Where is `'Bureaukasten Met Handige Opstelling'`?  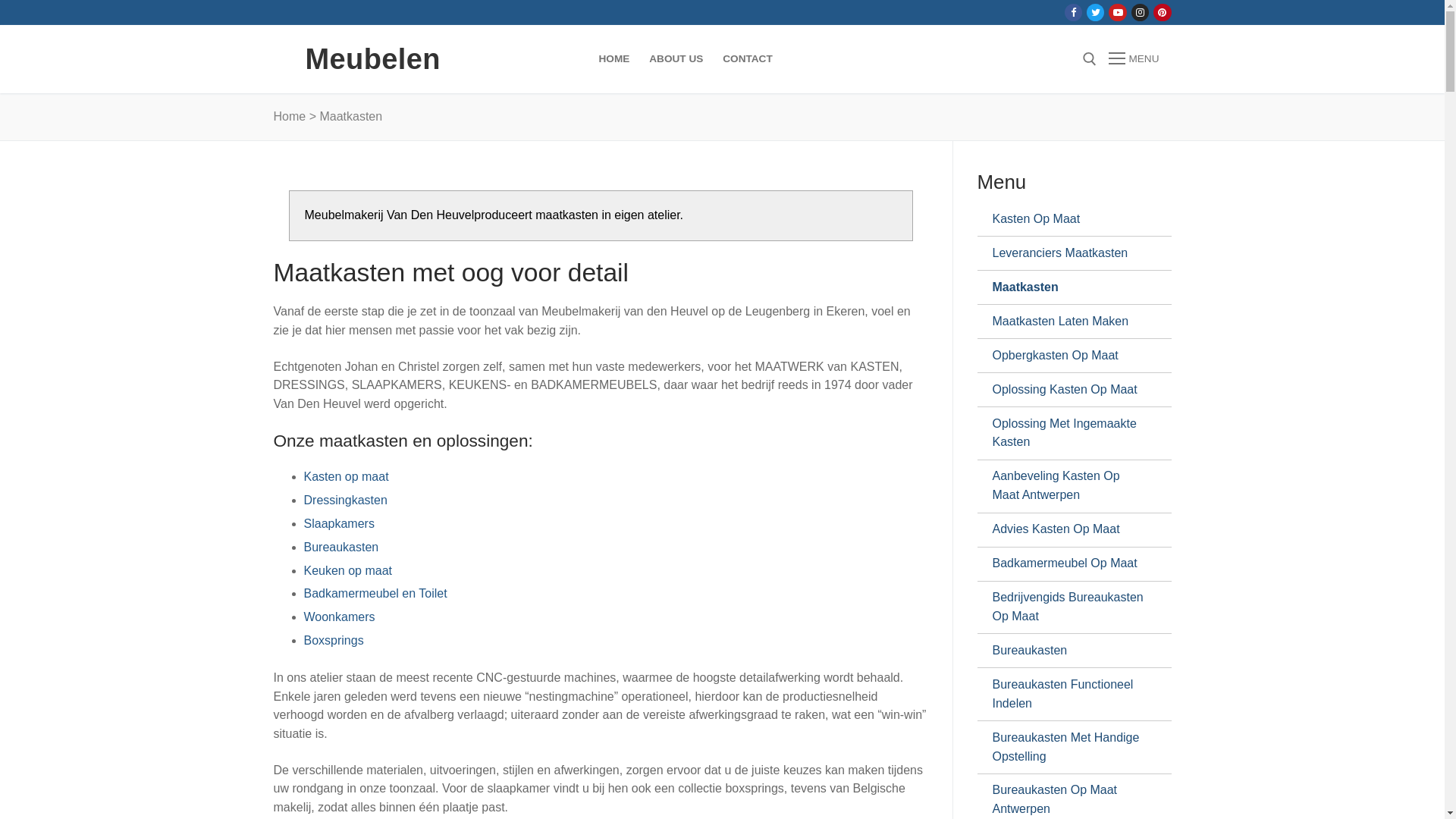 'Bureaukasten Met Handige Opstelling' is located at coordinates (992, 746).